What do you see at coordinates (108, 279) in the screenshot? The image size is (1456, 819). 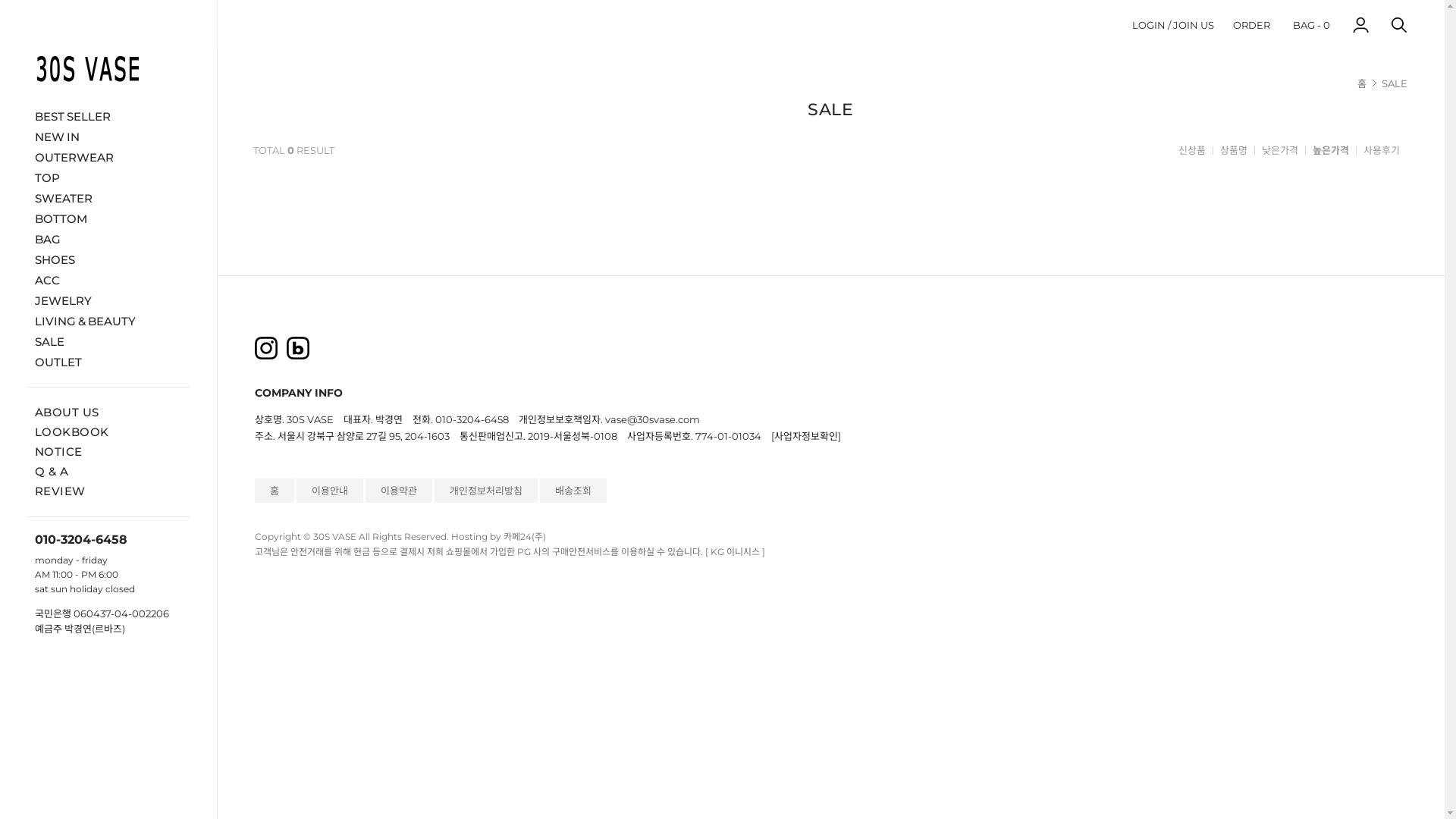 I see `'ACC'` at bounding box center [108, 279].